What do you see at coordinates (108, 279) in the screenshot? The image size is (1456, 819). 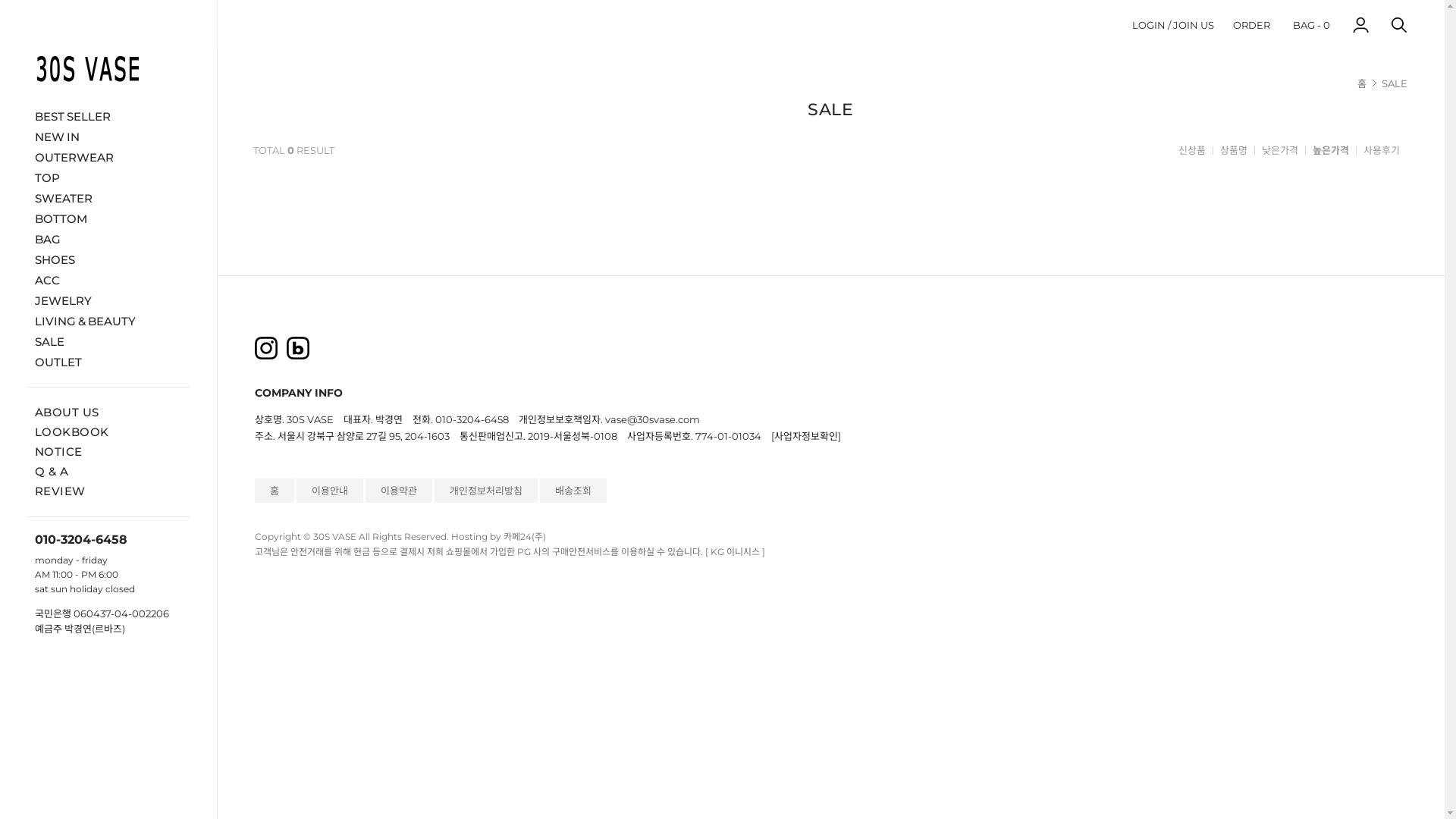 I see `'ACC'` at bounding box center [108, 279].